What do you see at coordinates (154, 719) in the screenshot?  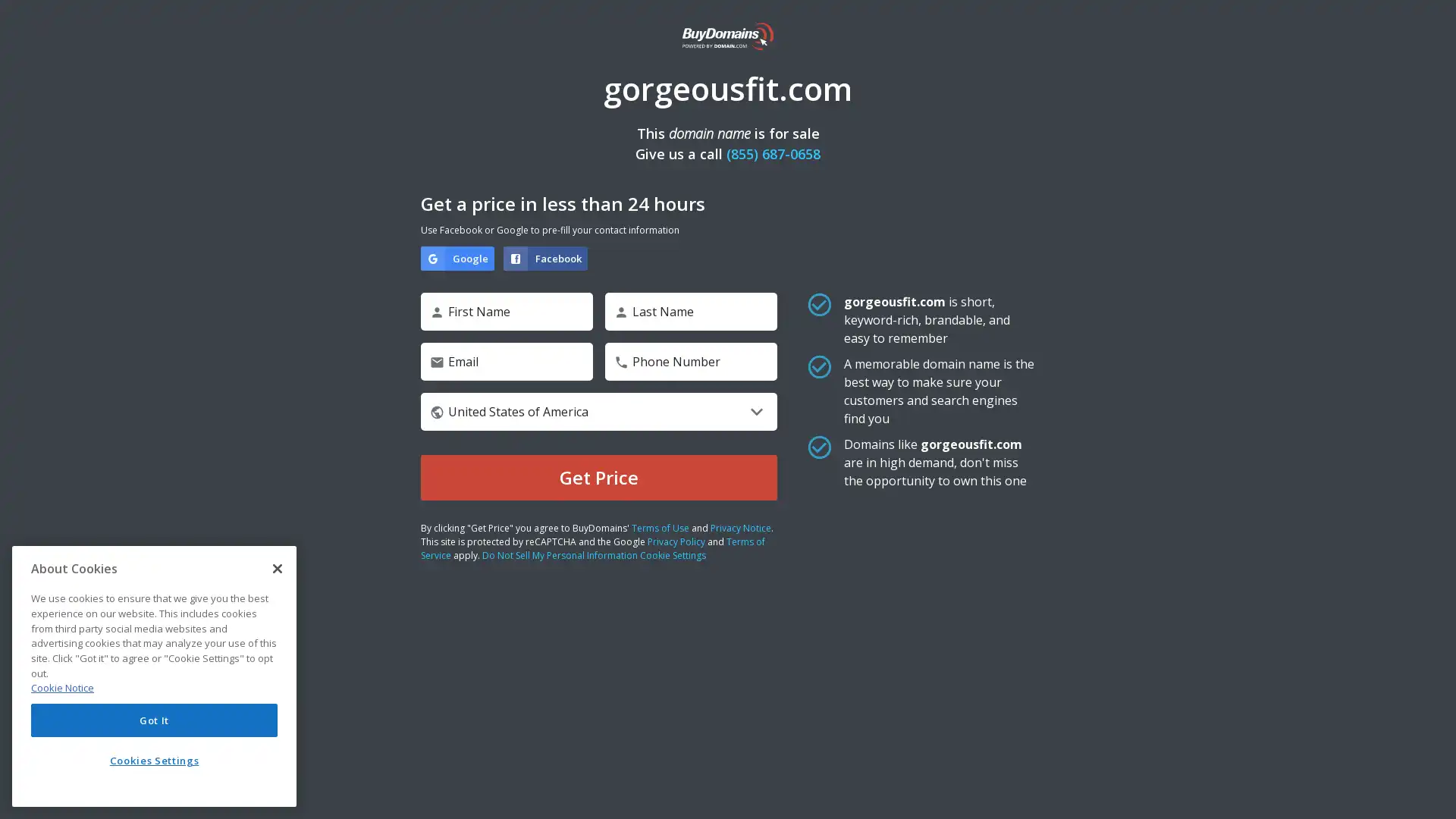 I see `Got It` at bounding box center [154, 719].